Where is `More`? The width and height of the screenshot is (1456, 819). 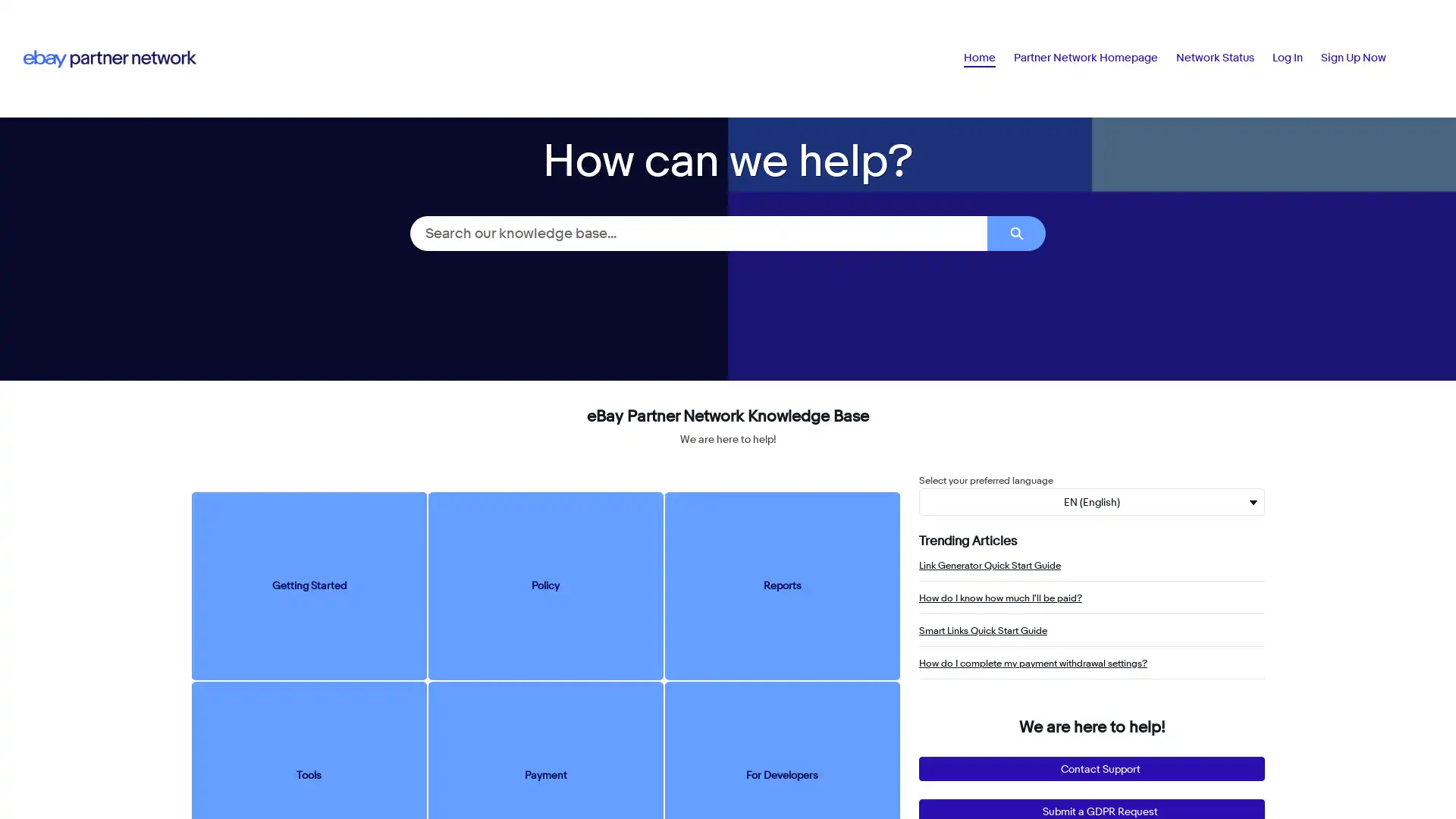 More is located at coordinates (1367, 57).